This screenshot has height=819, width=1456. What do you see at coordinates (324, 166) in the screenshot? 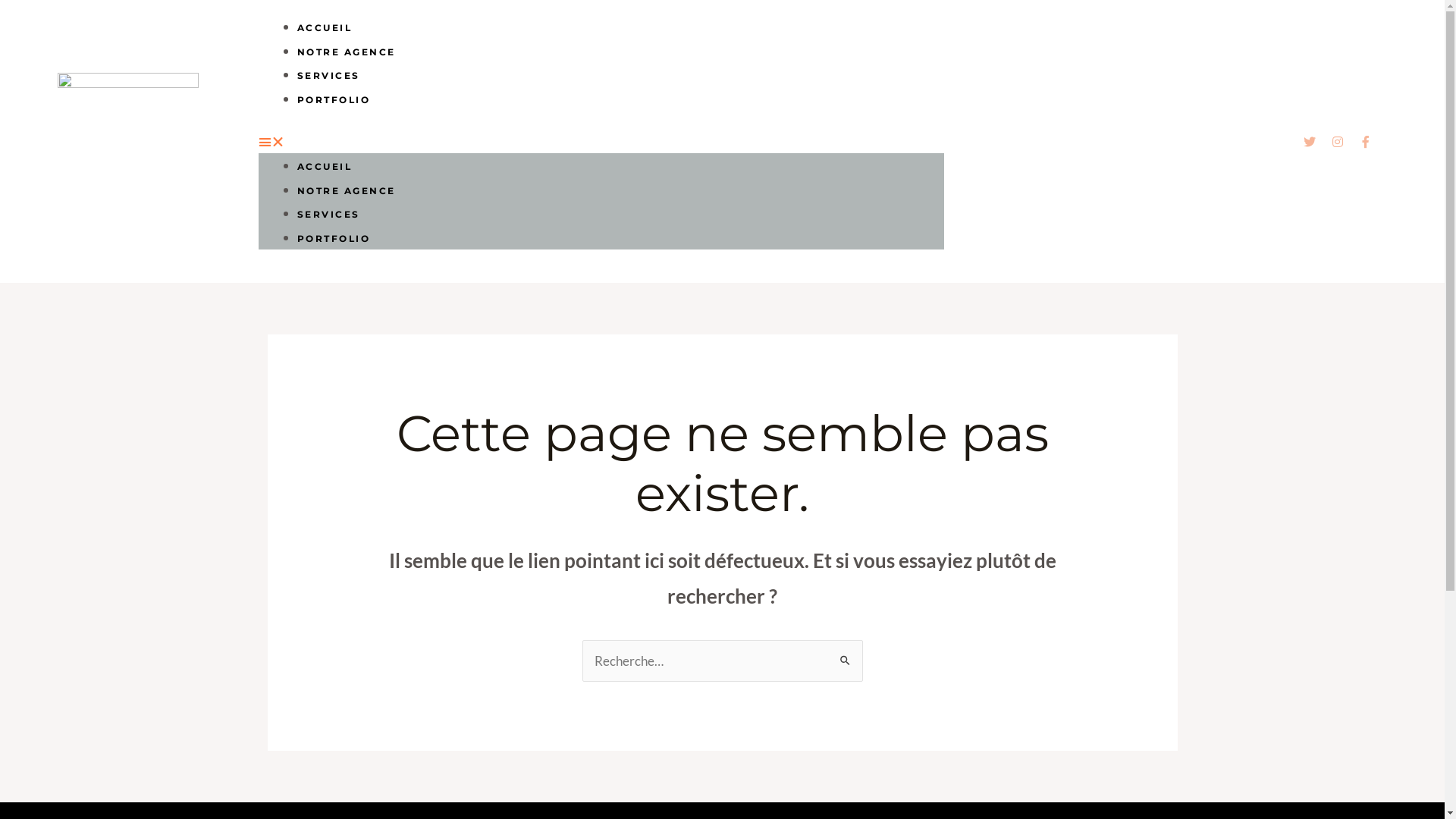
I see `'ACCUEIL'` at bounding box center [324, 166].